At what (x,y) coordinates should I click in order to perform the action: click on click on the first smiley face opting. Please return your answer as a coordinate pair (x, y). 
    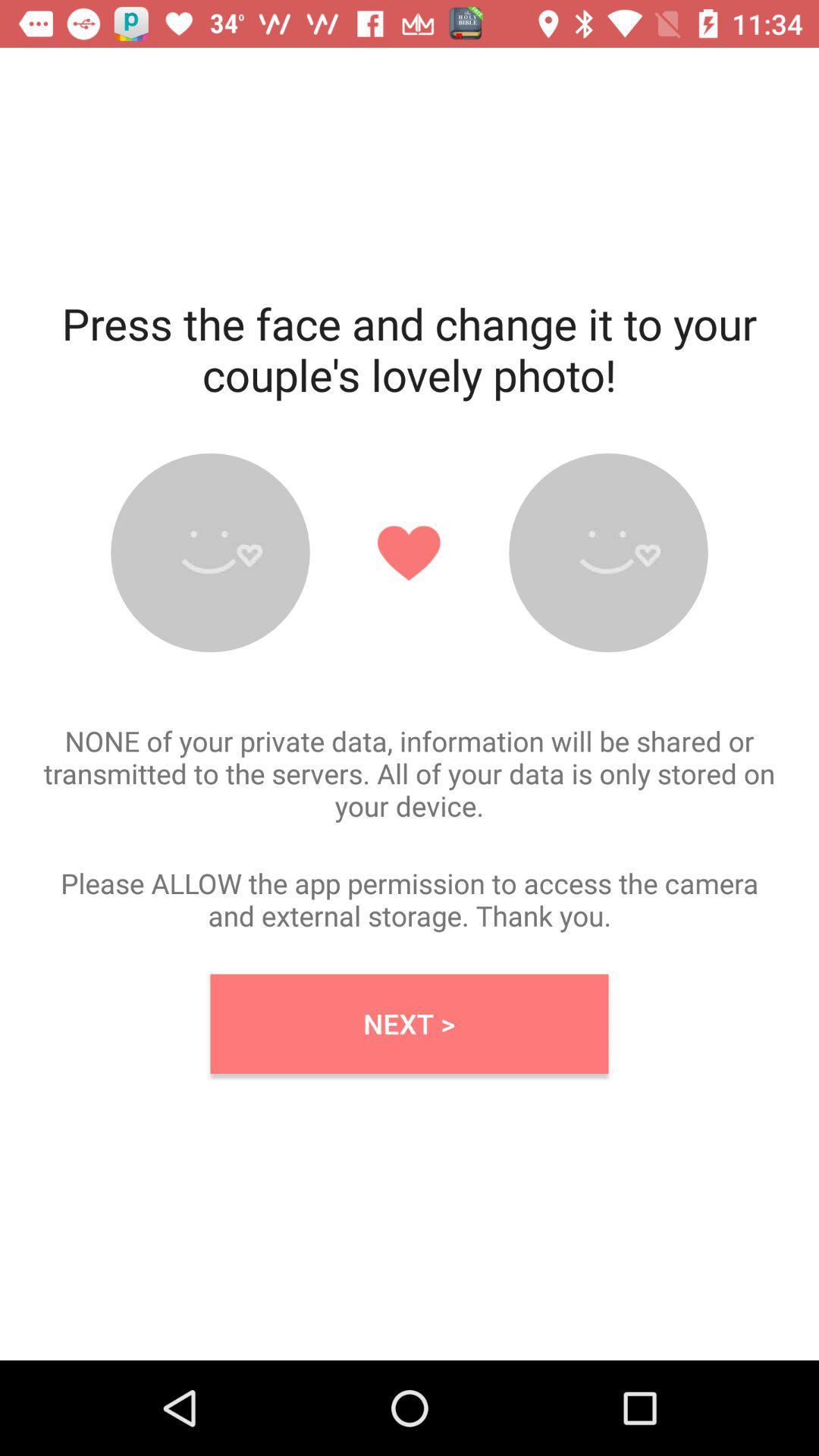
    Looking at the image, I should click on (210, 552).